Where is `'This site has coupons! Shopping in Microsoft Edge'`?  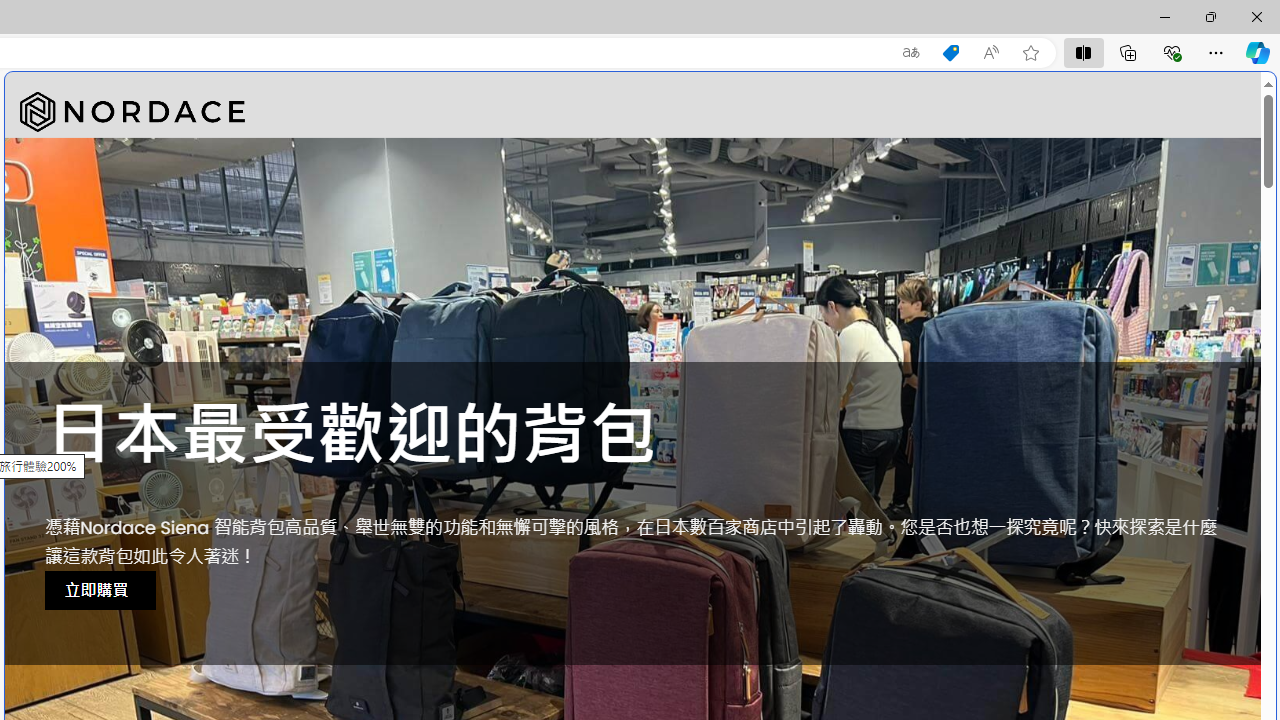
'This site has coupons! Shopping in Microsoft Edge' is located at coordinates (950, 52).